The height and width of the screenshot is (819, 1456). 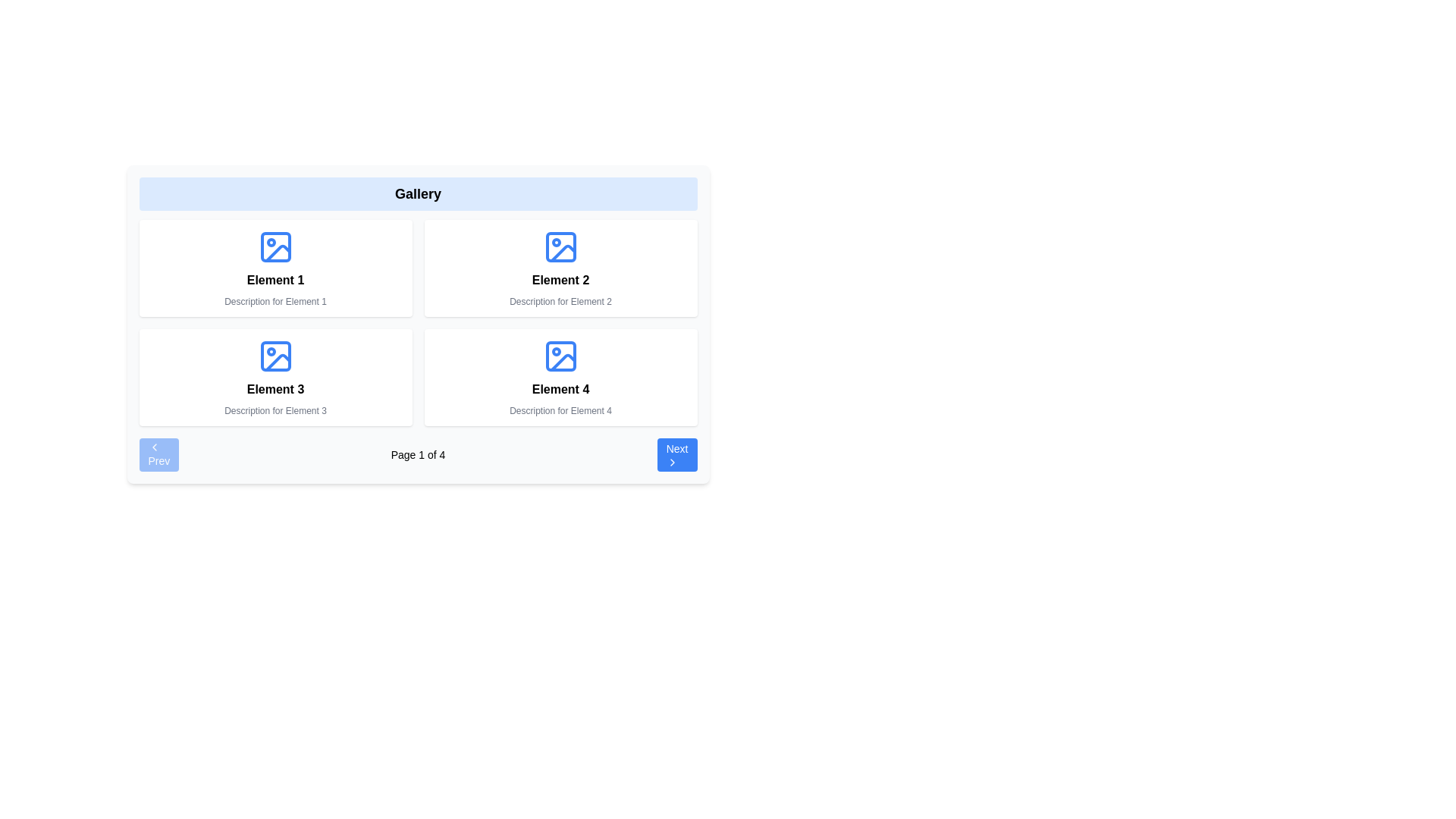 What do you see at coordinates (676, 454) in the screenshot?
I see `the rectangular blue button labeled 'Next' with a right-pointing chevron` at bounding box center [676, 454].